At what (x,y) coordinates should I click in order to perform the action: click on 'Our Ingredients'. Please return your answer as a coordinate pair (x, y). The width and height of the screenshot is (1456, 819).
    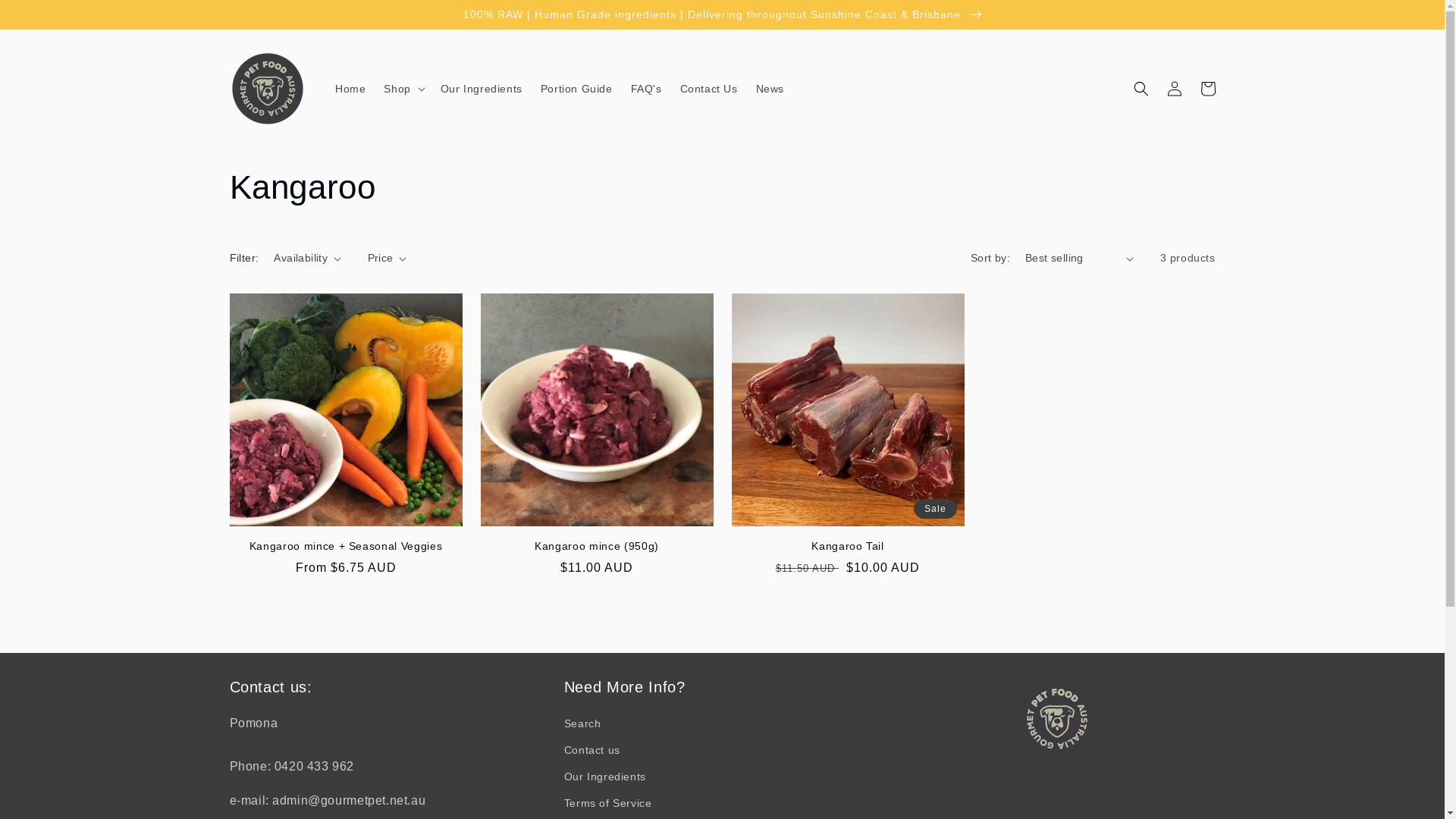
    Looking at the image, I should click on (431, 88).